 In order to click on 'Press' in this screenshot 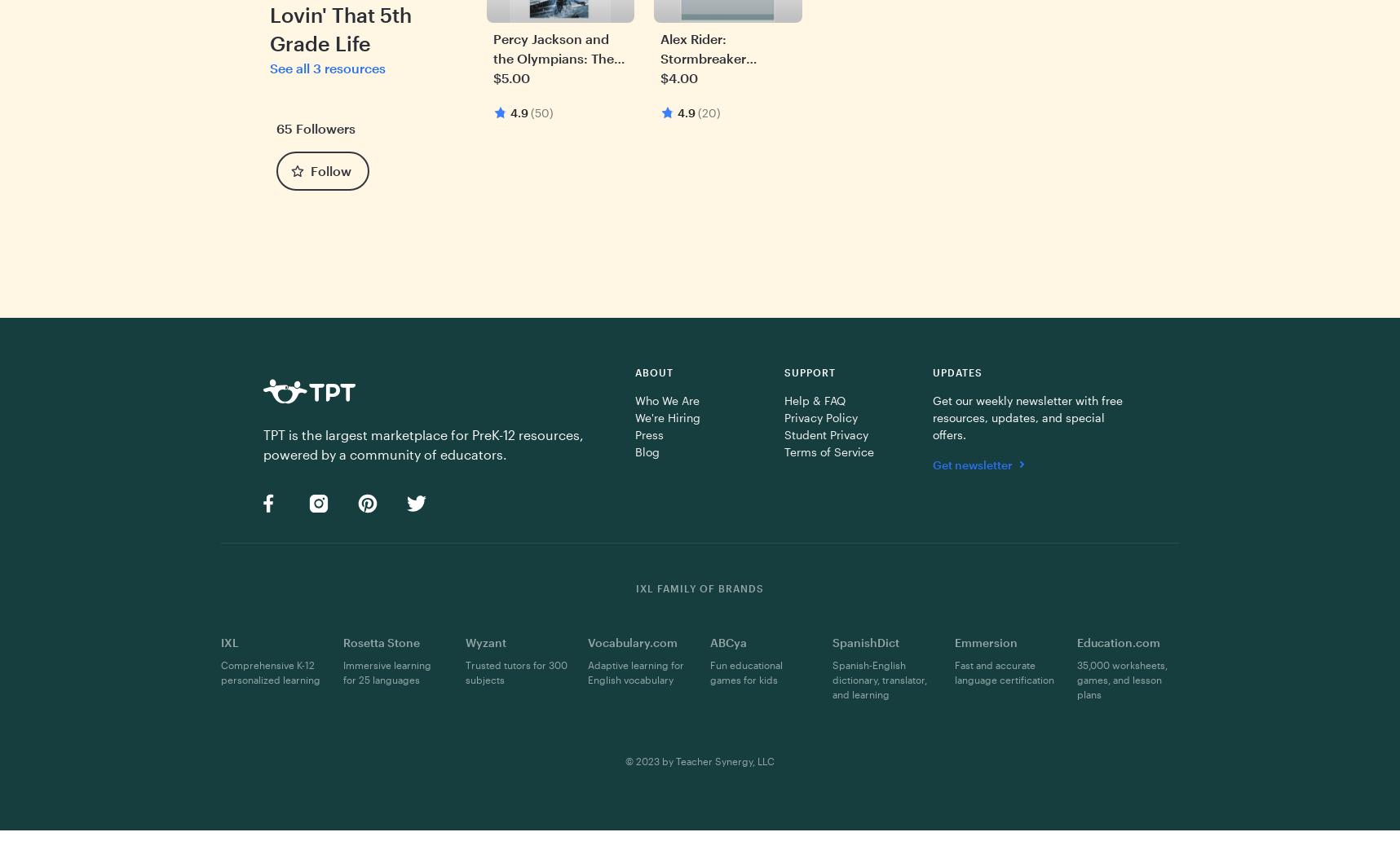, I will do `click(648, 434)`.